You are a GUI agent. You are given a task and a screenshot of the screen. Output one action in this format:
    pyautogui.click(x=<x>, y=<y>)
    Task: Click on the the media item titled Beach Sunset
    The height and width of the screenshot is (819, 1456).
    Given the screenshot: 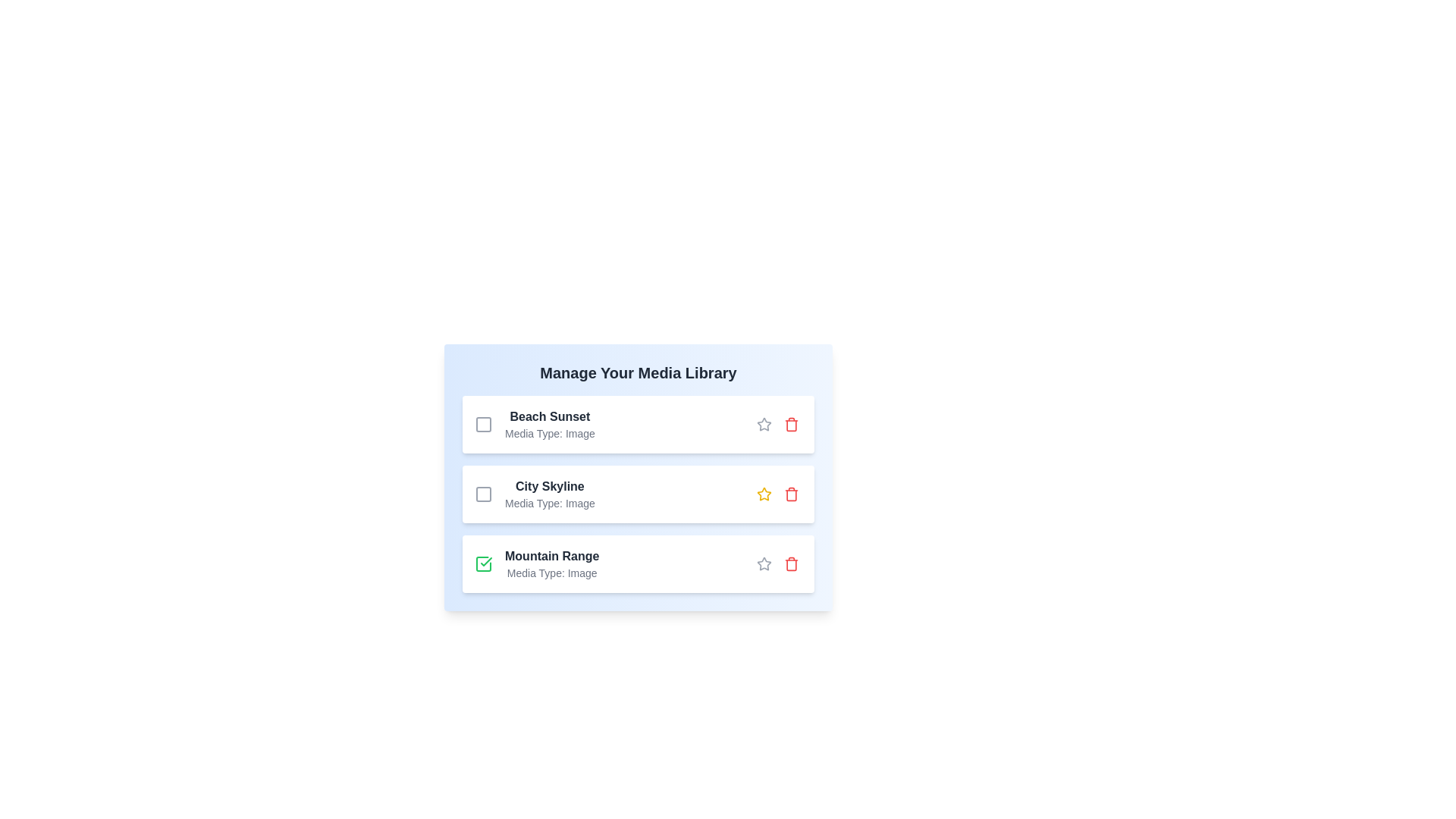 What is the action you would take?
    pyautogui.click(x=483, y=424)
    